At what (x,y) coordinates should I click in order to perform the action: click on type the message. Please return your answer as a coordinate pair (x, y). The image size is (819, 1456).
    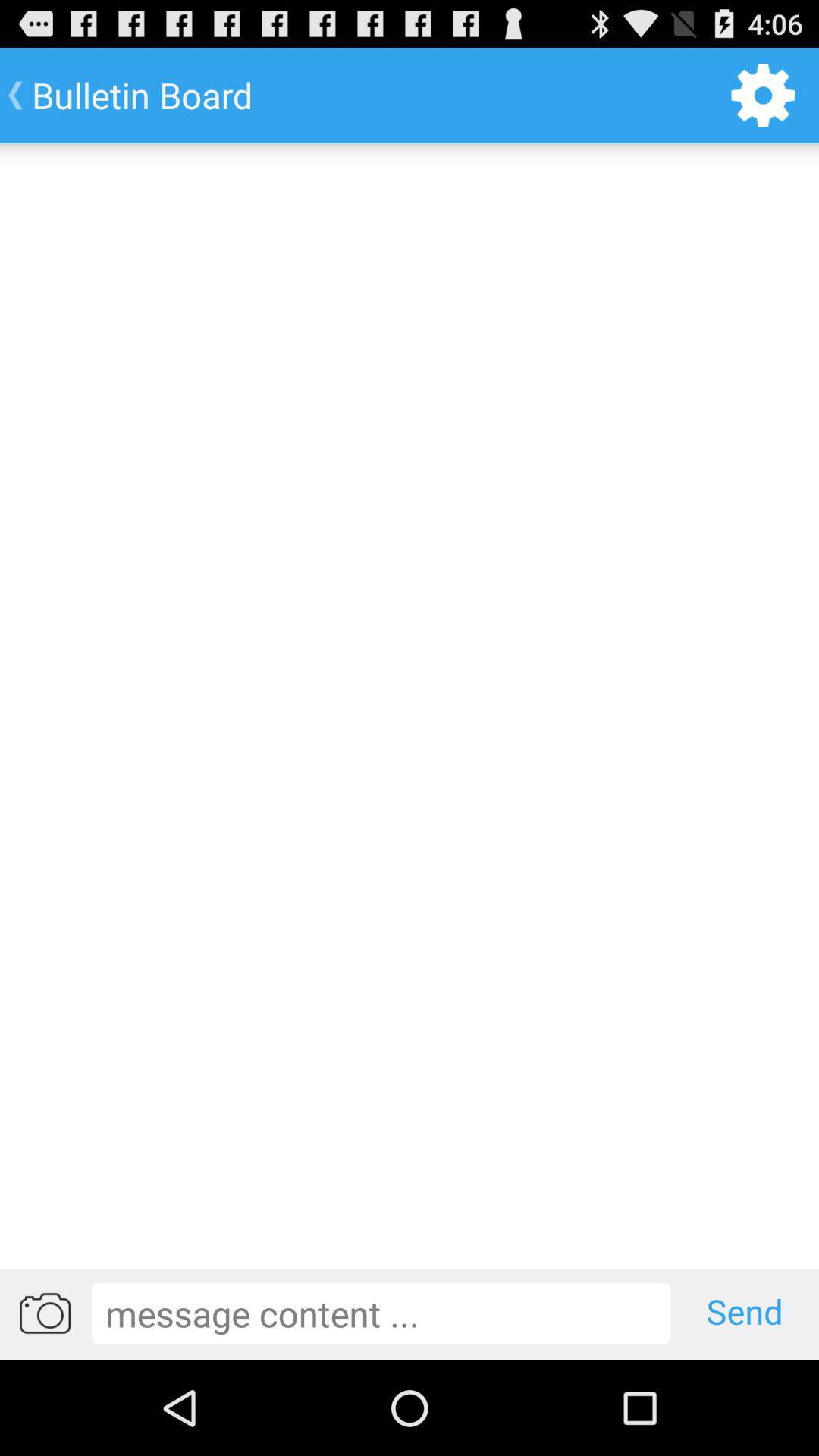
    Looking at the image, I should click on (380, 1313).